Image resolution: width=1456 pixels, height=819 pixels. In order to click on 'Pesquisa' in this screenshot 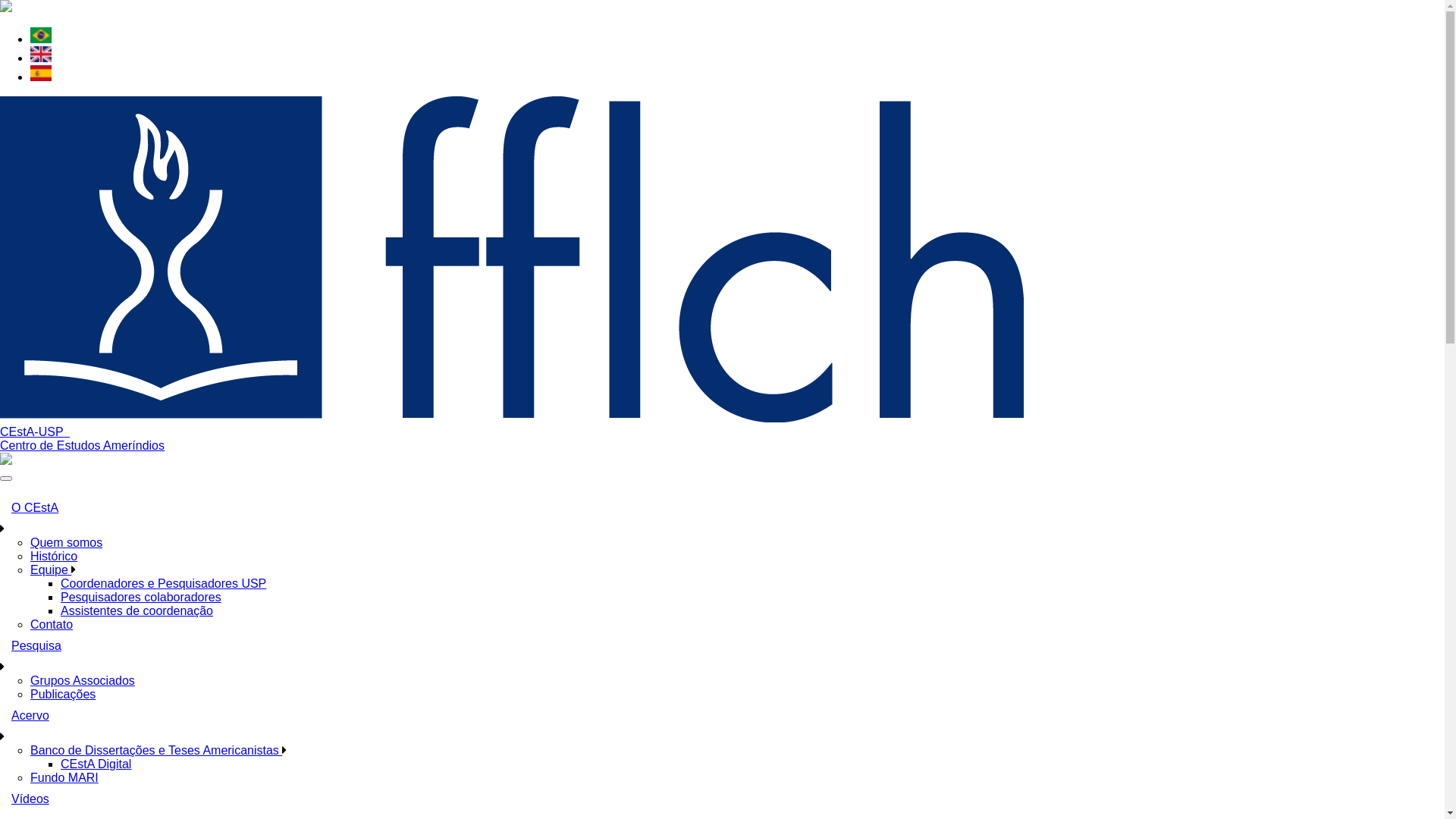, I will do `click(721, 646)`.